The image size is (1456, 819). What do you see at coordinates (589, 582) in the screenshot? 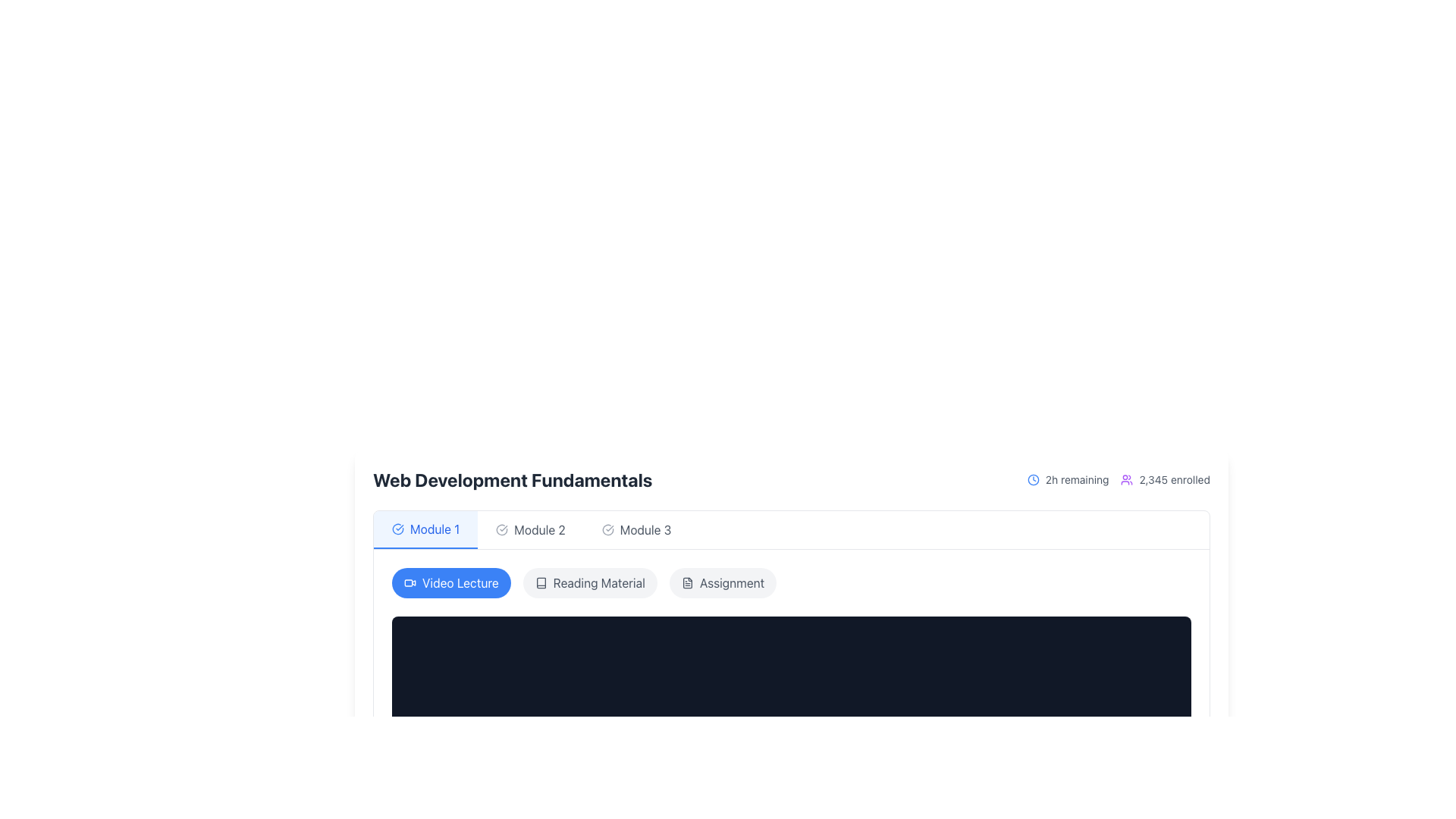
I see `the 'Reading Material' button, which is a rectangular button with rounded corners, light gray background, and dark gray text, located between the 'Video Lecture' and 'Assignment' buttons` at bounding box center [589, 582].